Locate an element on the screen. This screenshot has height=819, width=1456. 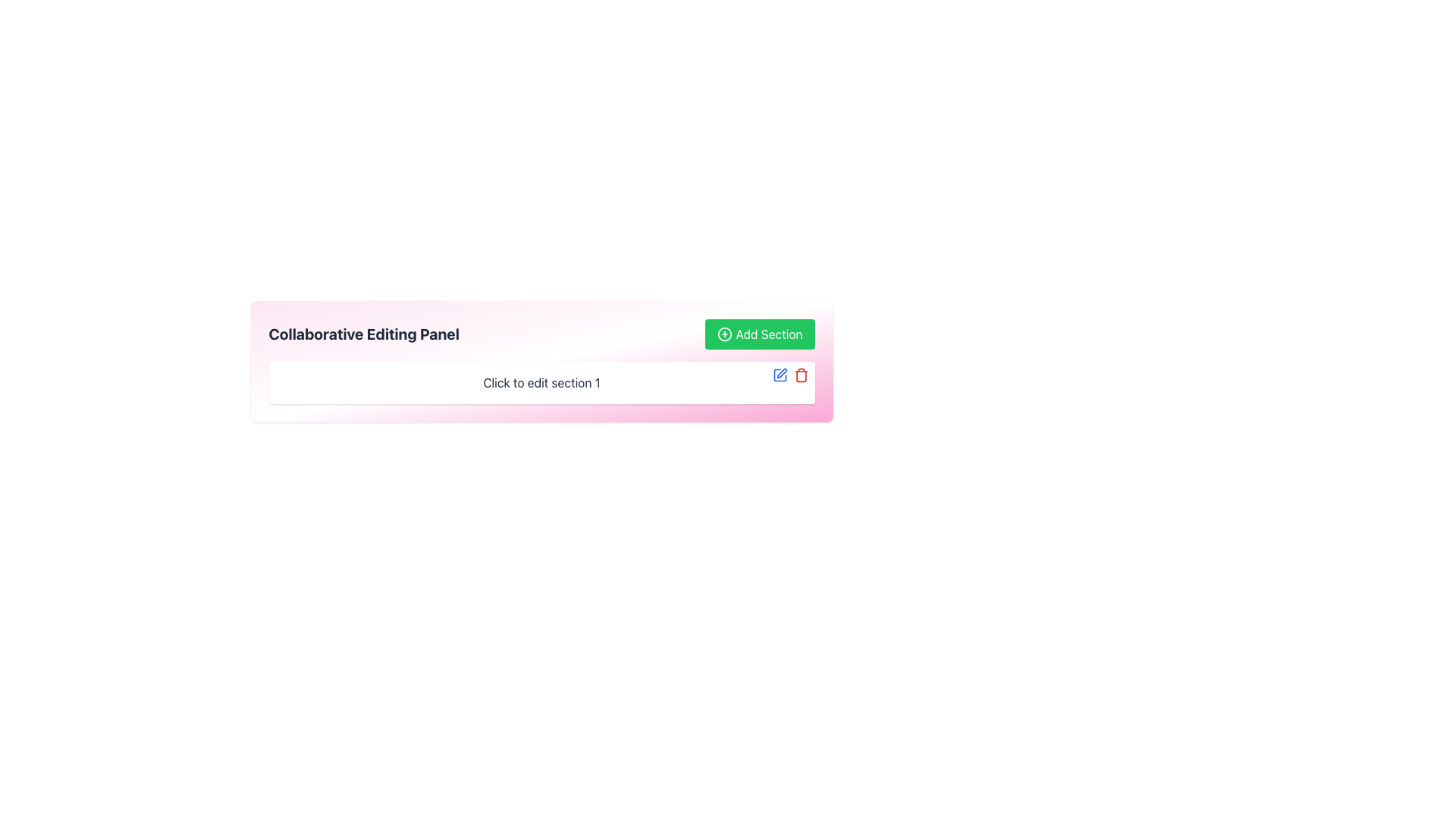
the circle-shaped icon with a plus sign inside, which is part of the green button labeled 'Add Section' in the 'Collaborative Editing Panel' is located at coordinates (724, 333).